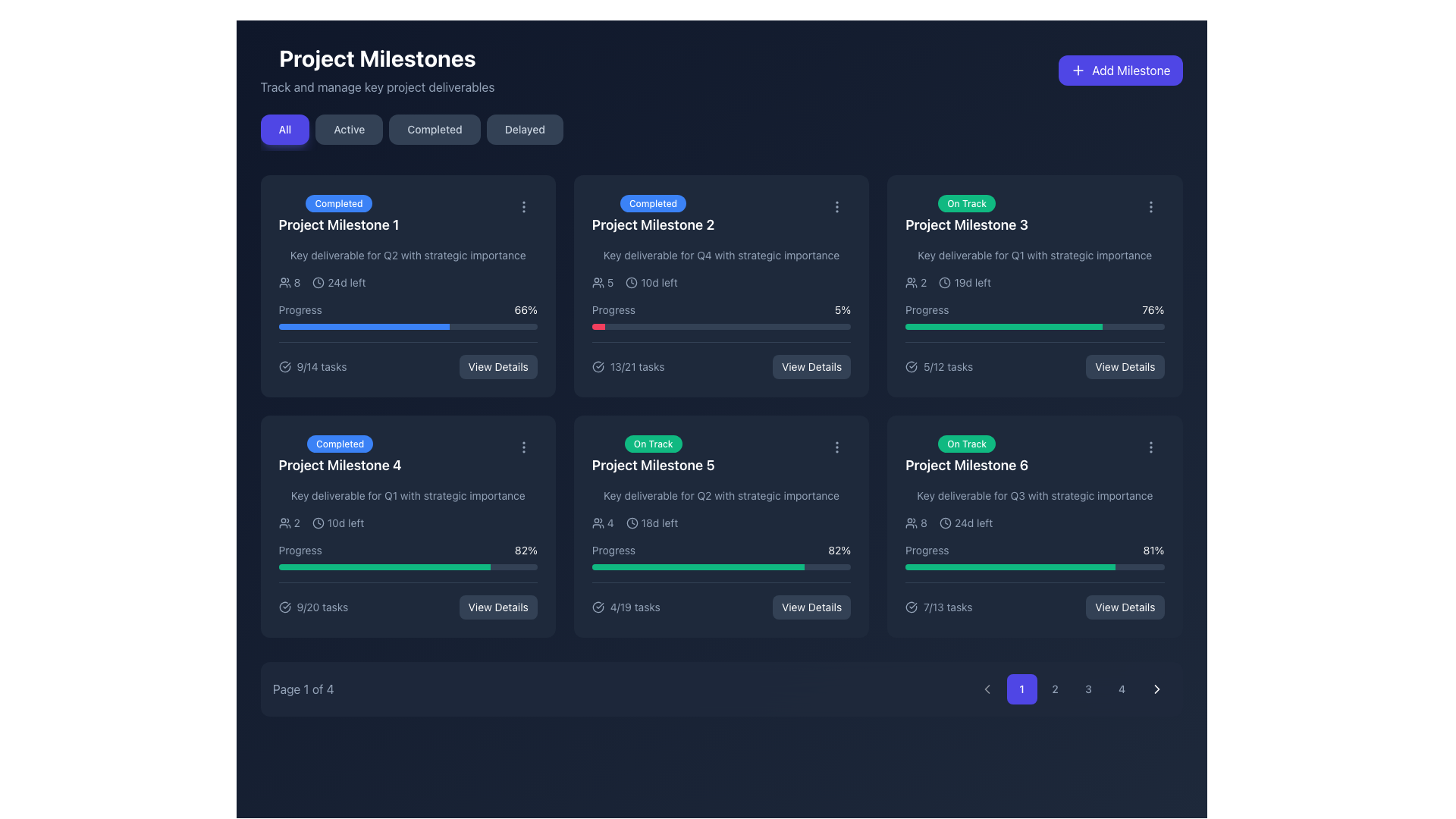  I want to click on the vertical ellipsis icon consisting of three small circles located in the top-right corner of the 'Project Milestone 3' card, so click(1150, 207).